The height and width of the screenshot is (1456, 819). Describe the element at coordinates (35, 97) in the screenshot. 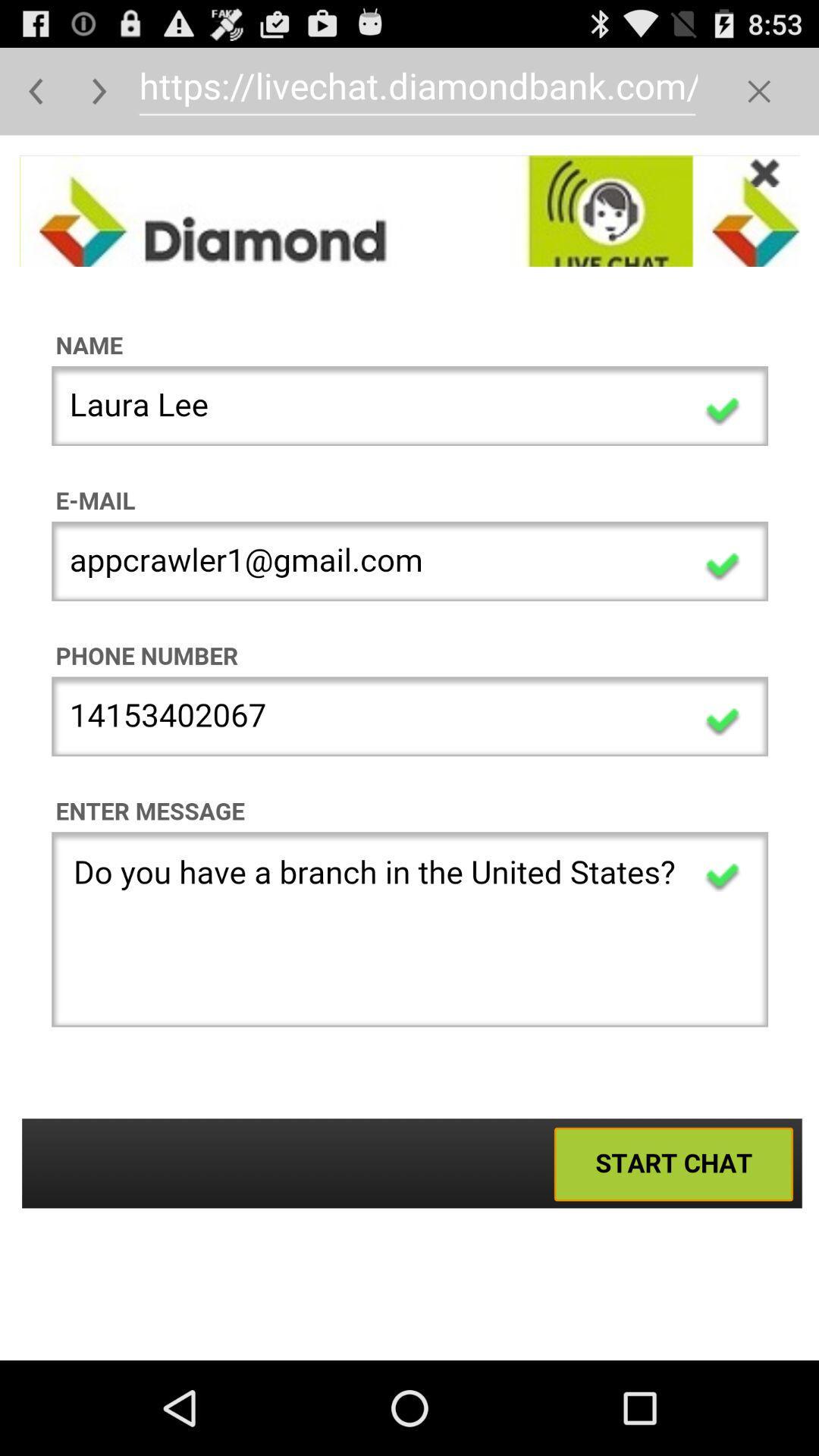

I see `the arrow_backward icon` at that location.